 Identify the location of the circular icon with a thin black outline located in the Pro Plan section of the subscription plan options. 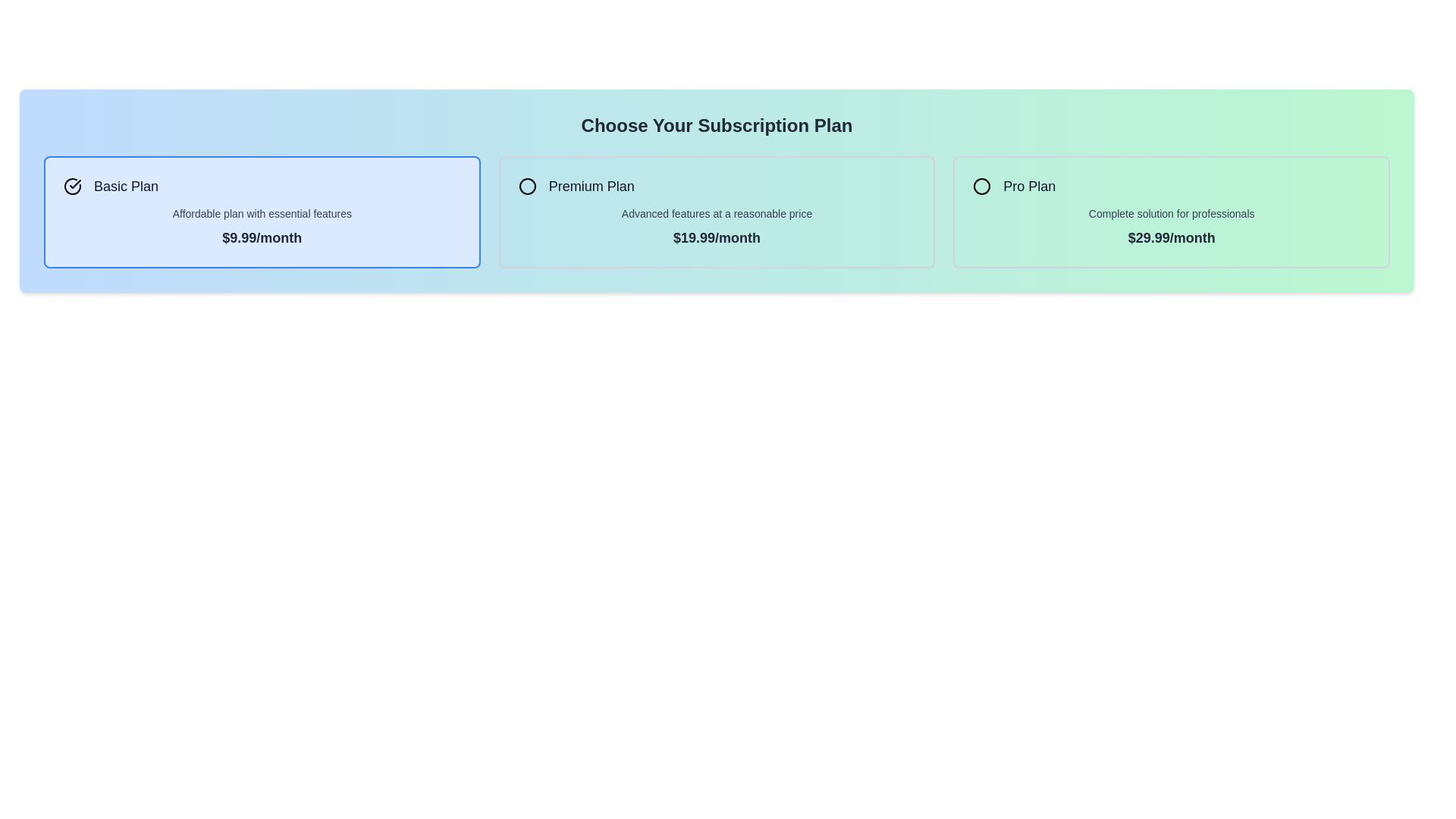
(982, 186).